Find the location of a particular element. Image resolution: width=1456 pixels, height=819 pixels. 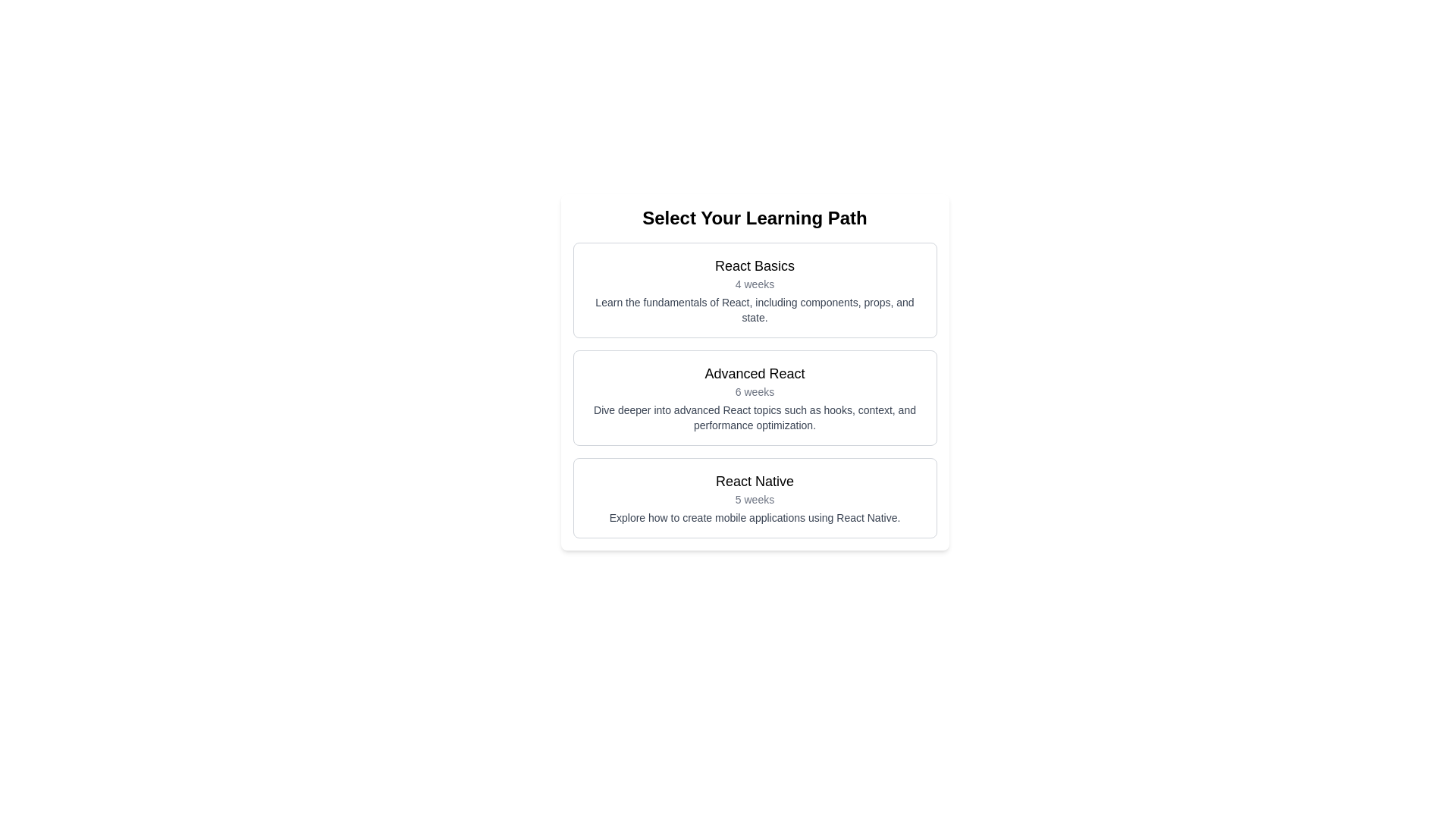

the text label displaying '4 weeks' which is positioned below the title 'React Basics' and above the course description is located at coordinates (755, 284).